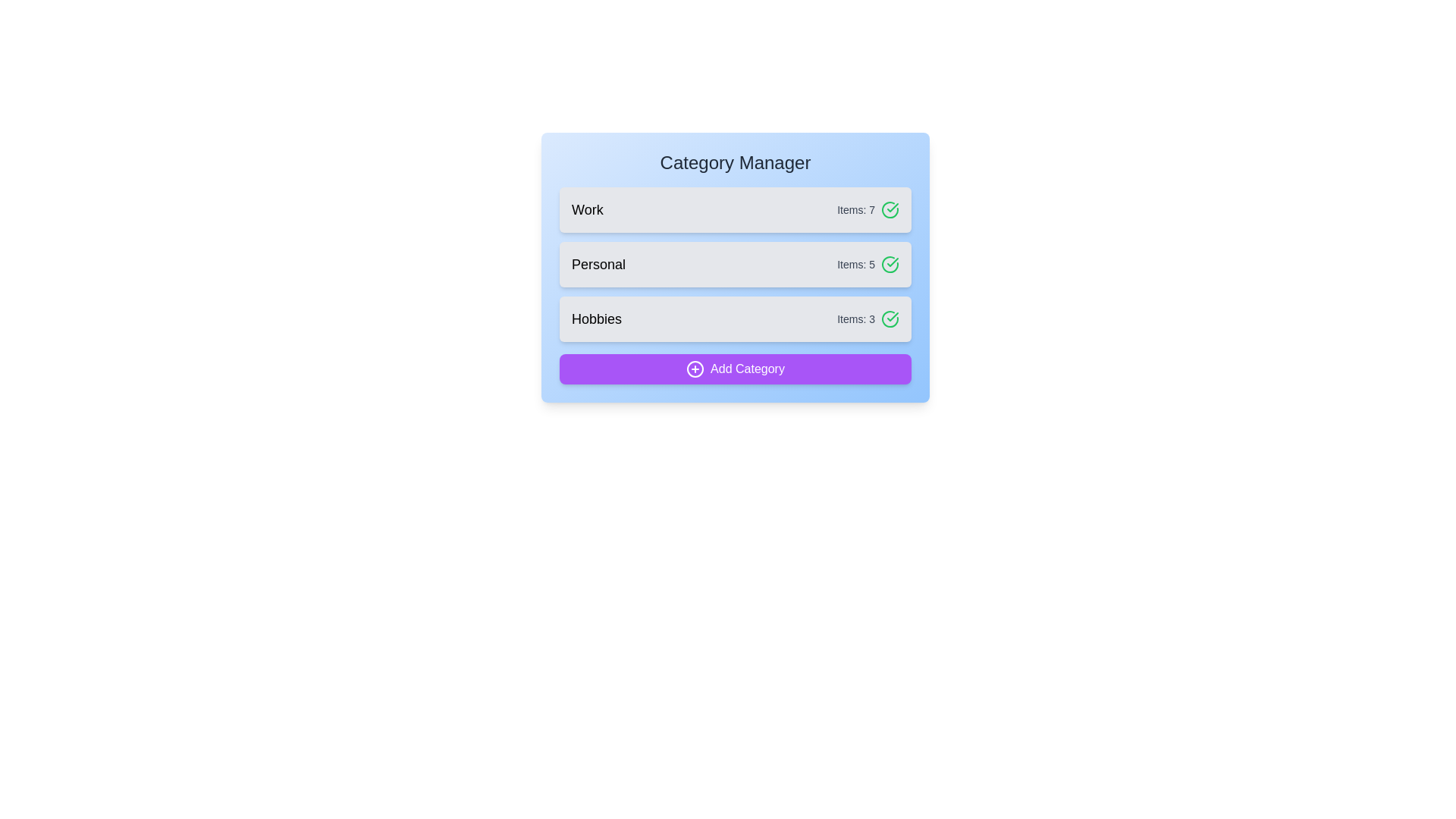  What do you see at coordinates (735, 369) in the screenshot?
I see `'Add Category' button to add a new category` at bounding box center [735, 369].